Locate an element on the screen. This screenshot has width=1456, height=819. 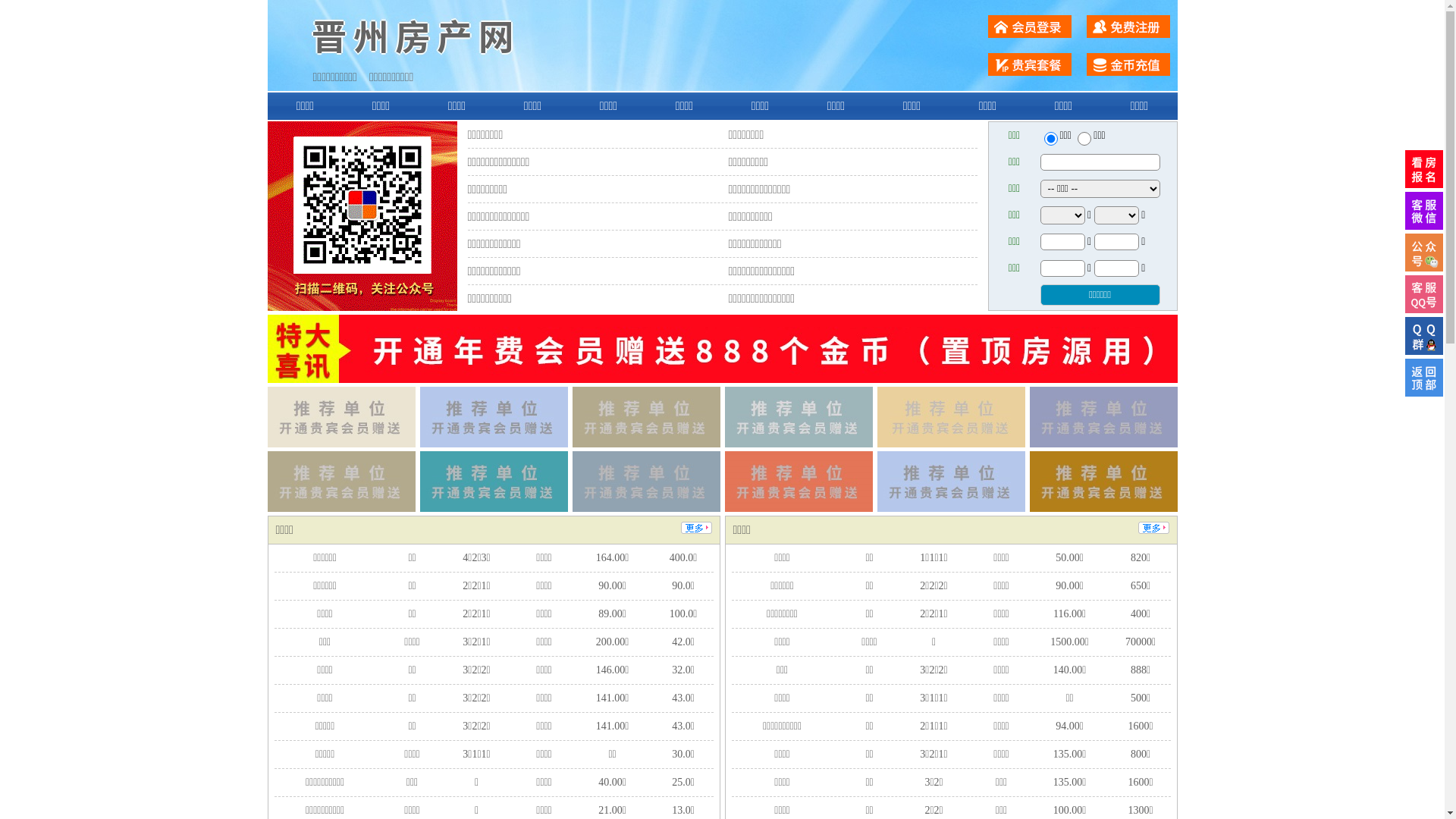
'ershou' is located at coordinates (1050, 138).